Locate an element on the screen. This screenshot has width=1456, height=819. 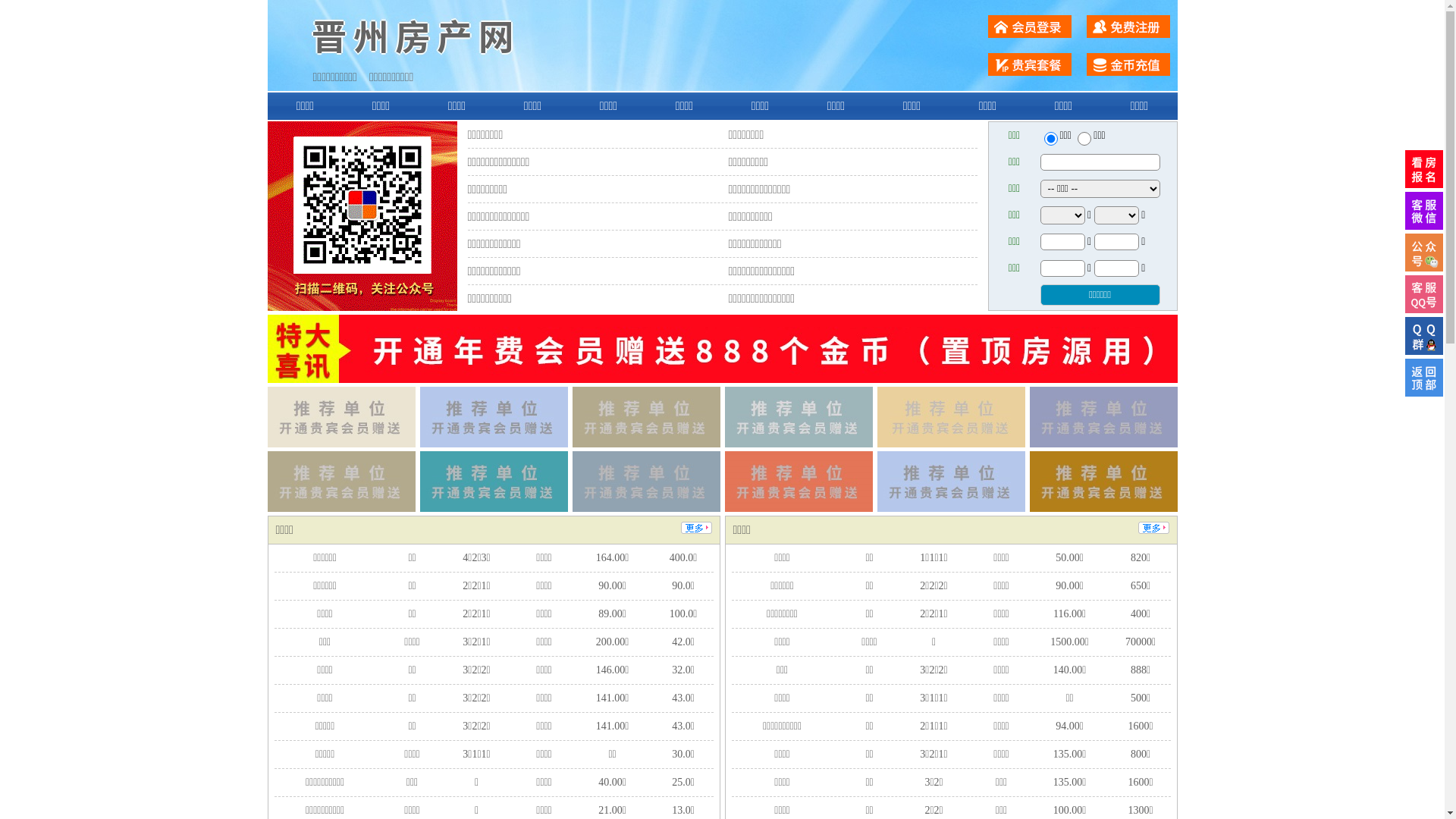
'ershou' is located at coordinates (1050, 138).